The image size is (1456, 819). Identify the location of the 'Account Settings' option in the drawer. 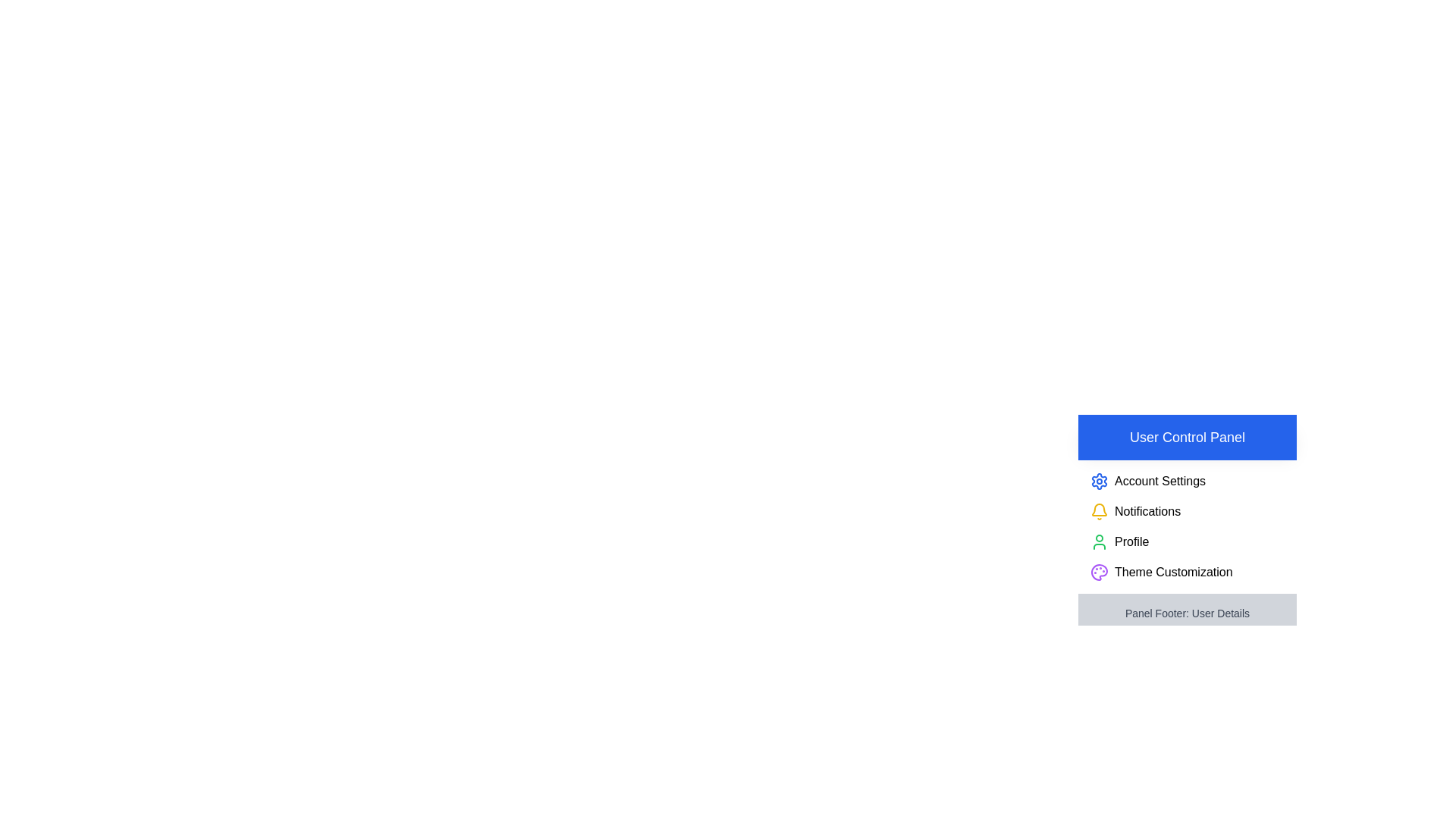
(1159, 482).